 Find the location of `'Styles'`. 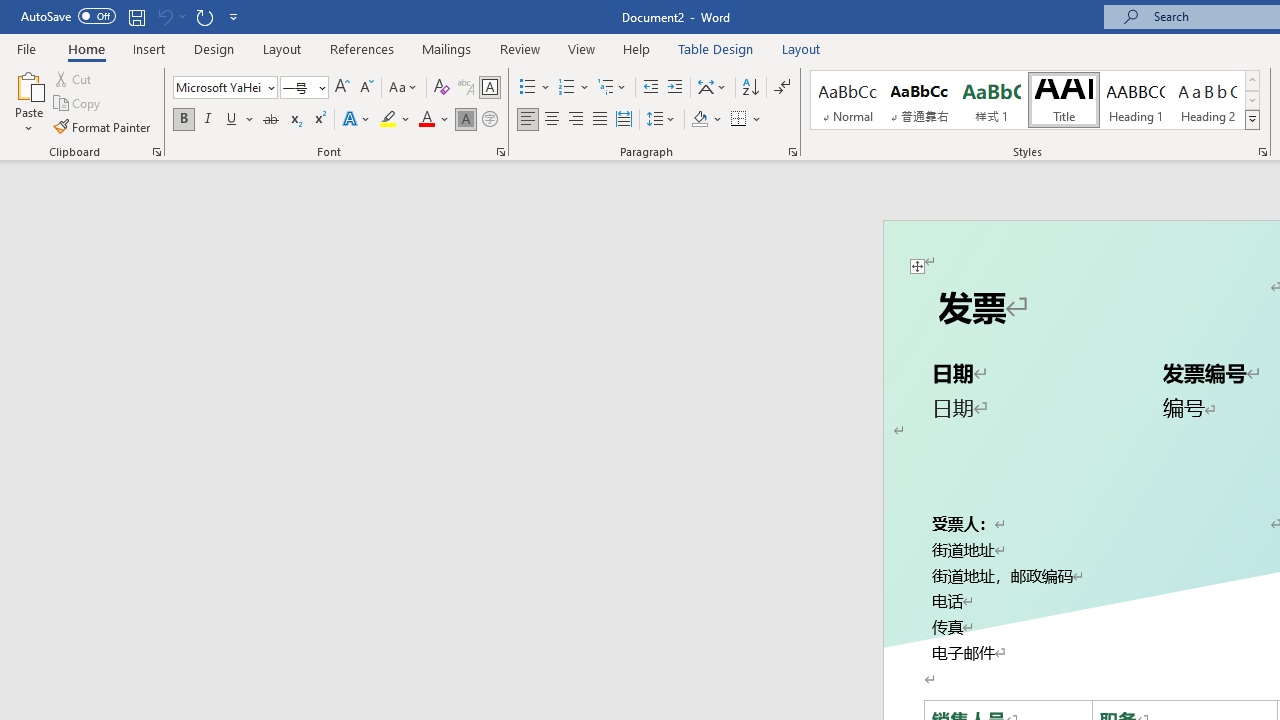

'Styles' is located at coordinates (1251, 120).